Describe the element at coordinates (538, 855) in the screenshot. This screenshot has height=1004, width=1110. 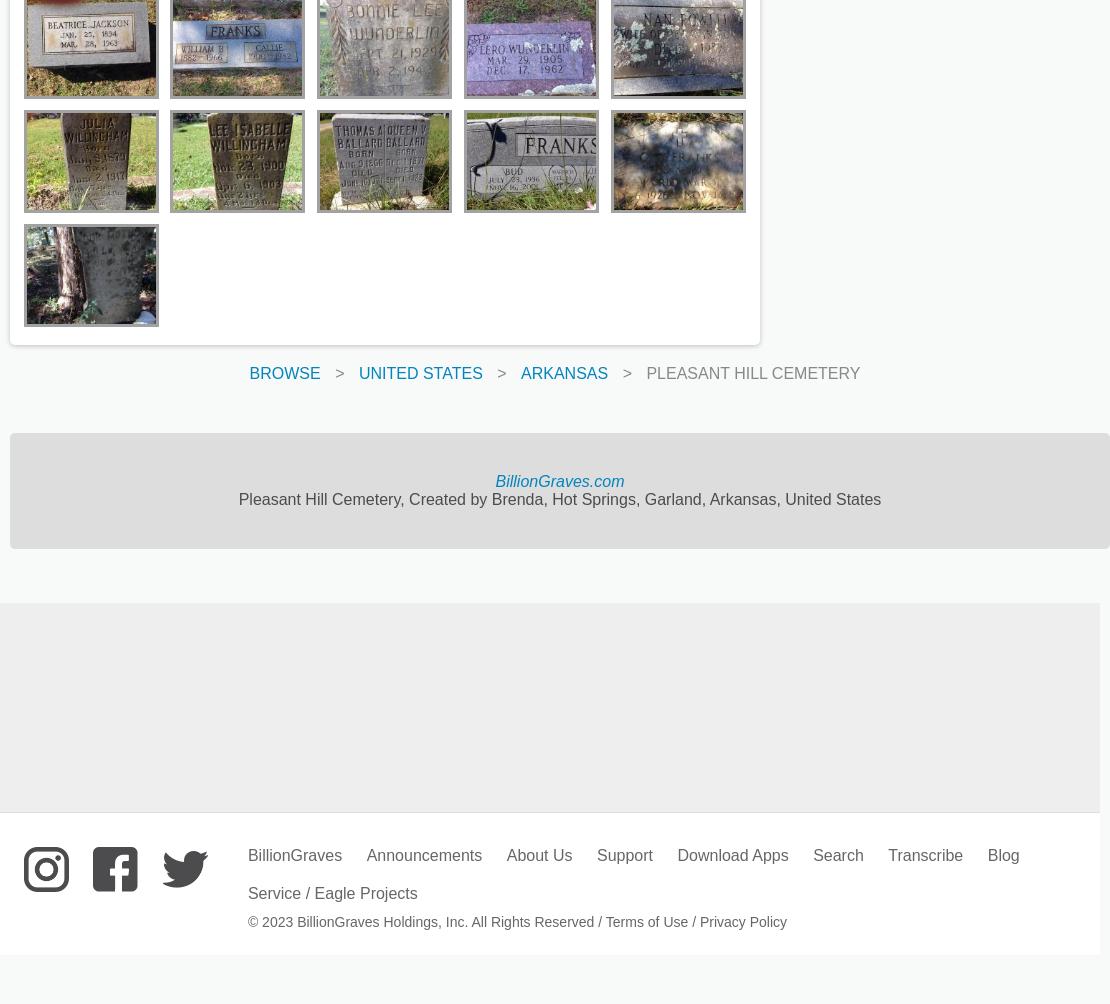
I see `'About Us'` at that location.